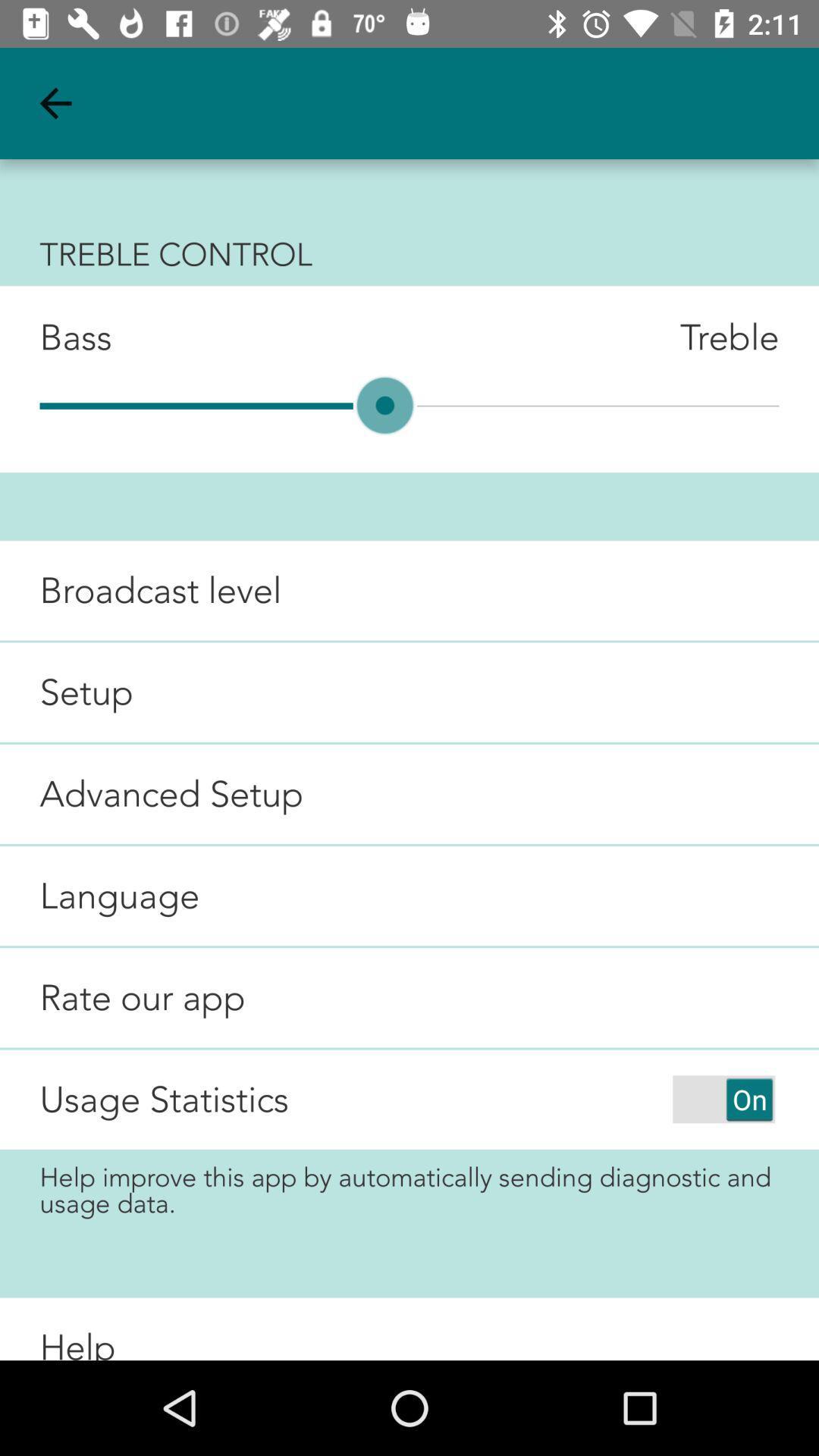  I want to click on item below language icon, so click(122, 997).